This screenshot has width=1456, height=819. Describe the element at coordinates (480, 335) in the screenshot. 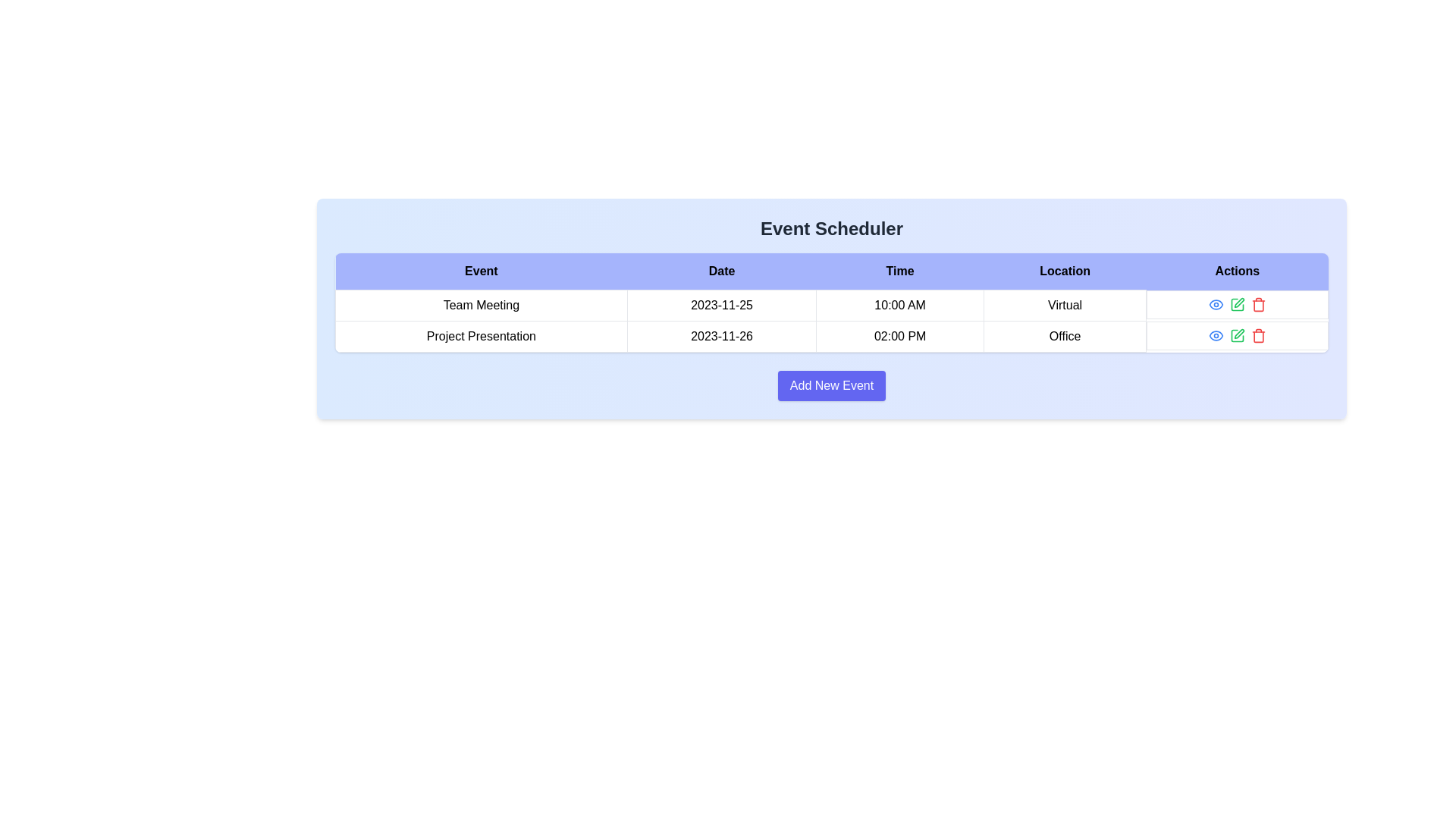

I see `the Label/Text display for the event in the first column of the second row under the 'Event' section of the Event Scheduler` at that location.